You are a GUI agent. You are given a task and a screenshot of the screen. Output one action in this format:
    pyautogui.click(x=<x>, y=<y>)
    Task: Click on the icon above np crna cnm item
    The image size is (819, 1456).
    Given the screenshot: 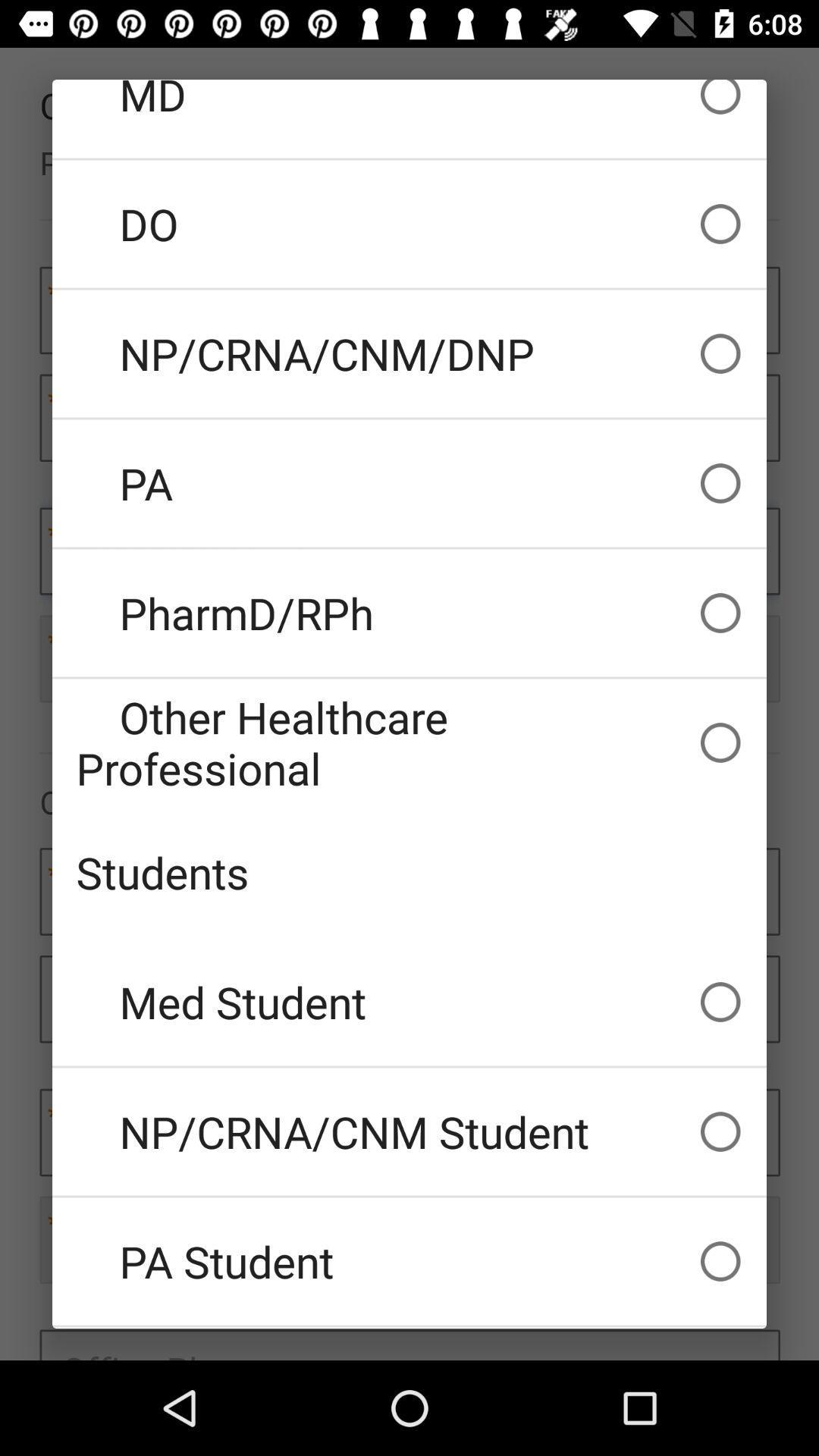 What is the action you would take?
    pyautogui.click(x=409, y=223)
    